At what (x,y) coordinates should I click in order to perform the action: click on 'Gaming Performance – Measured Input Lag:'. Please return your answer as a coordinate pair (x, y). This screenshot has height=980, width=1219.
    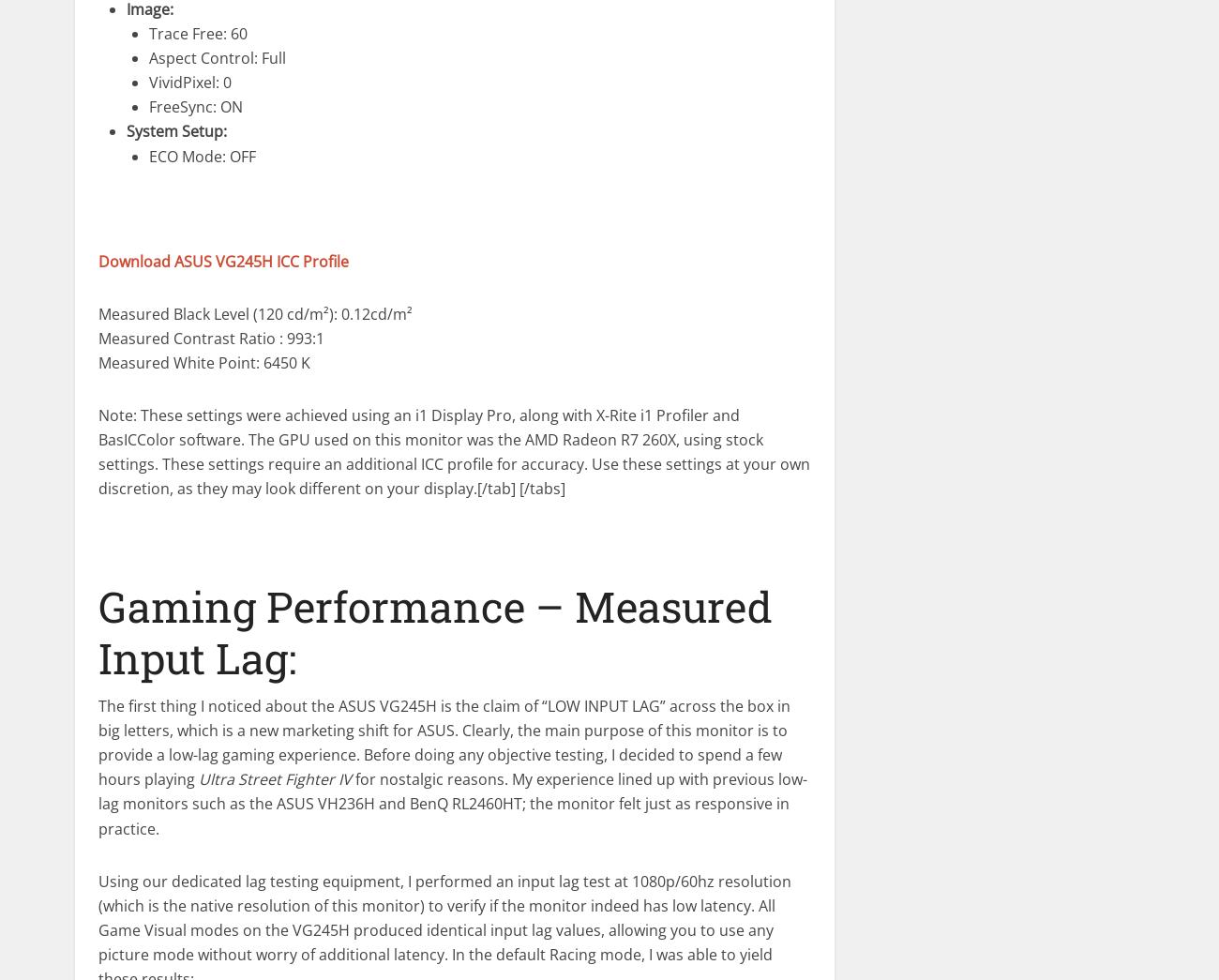
    Looking at the image, I should click on (434, 632).